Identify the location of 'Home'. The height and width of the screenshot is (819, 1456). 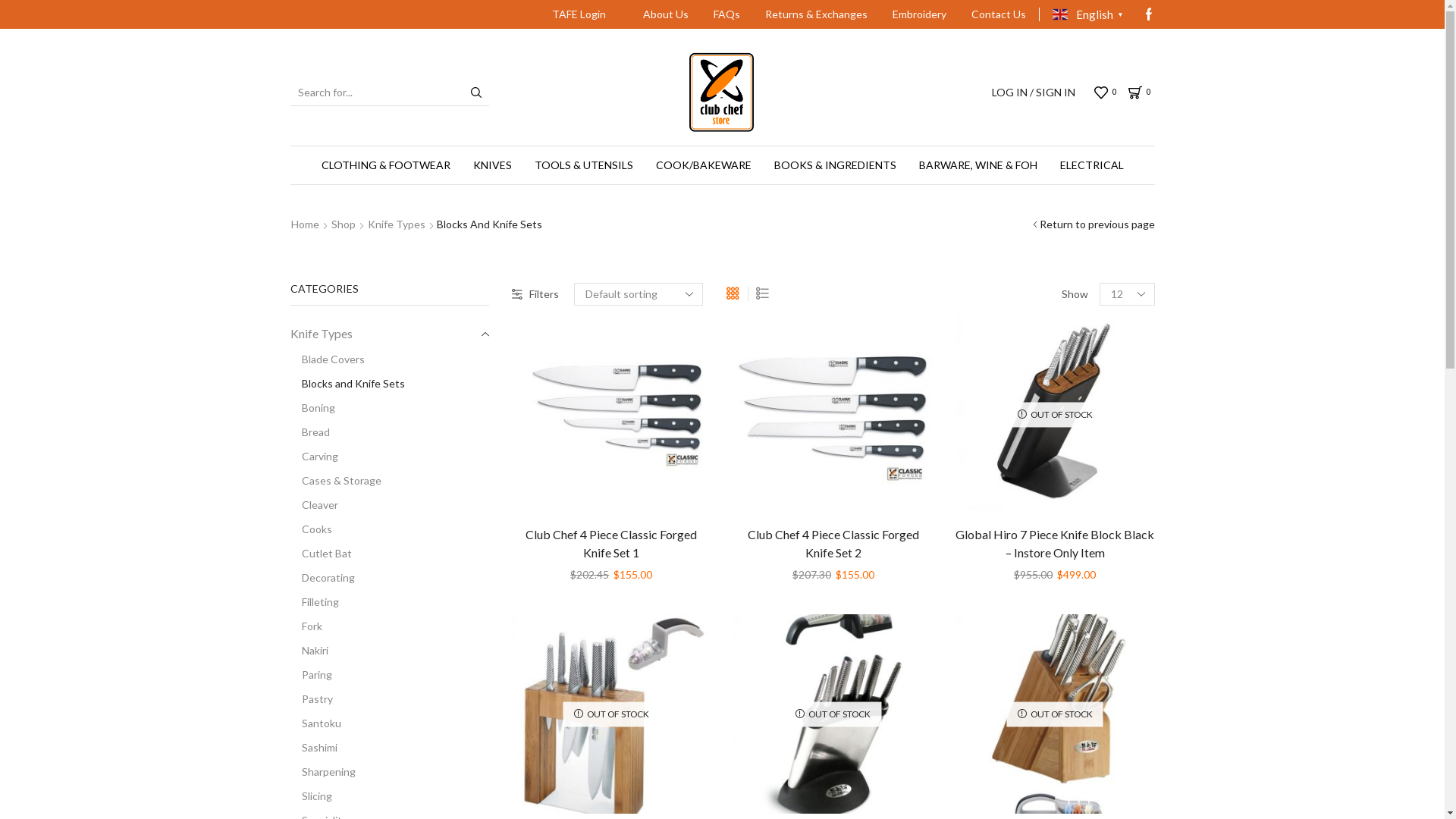
(303, 224).